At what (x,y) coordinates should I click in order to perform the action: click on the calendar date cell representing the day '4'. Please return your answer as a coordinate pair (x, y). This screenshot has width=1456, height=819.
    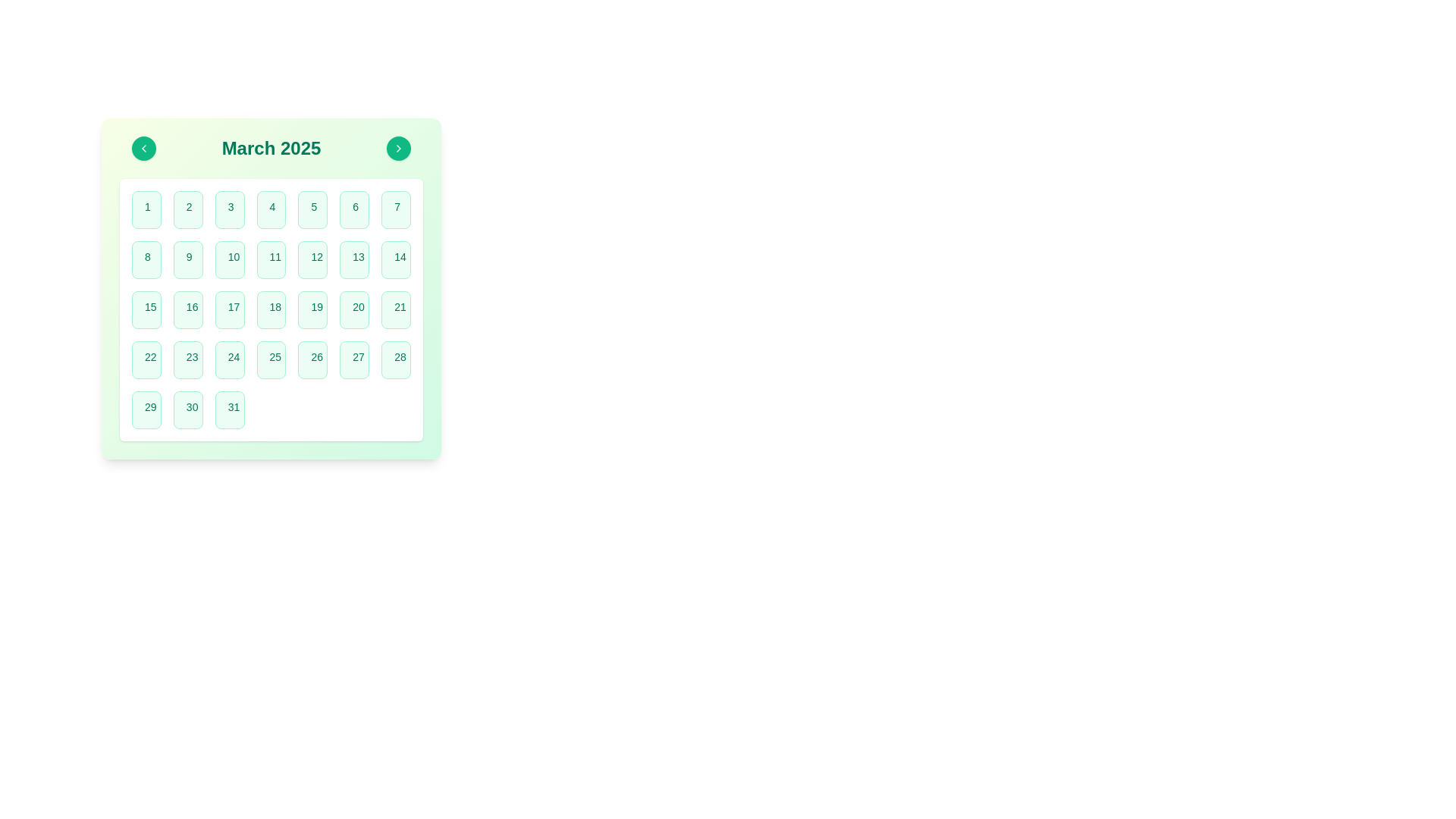
    Looking at the image, I should click on (271, 210).